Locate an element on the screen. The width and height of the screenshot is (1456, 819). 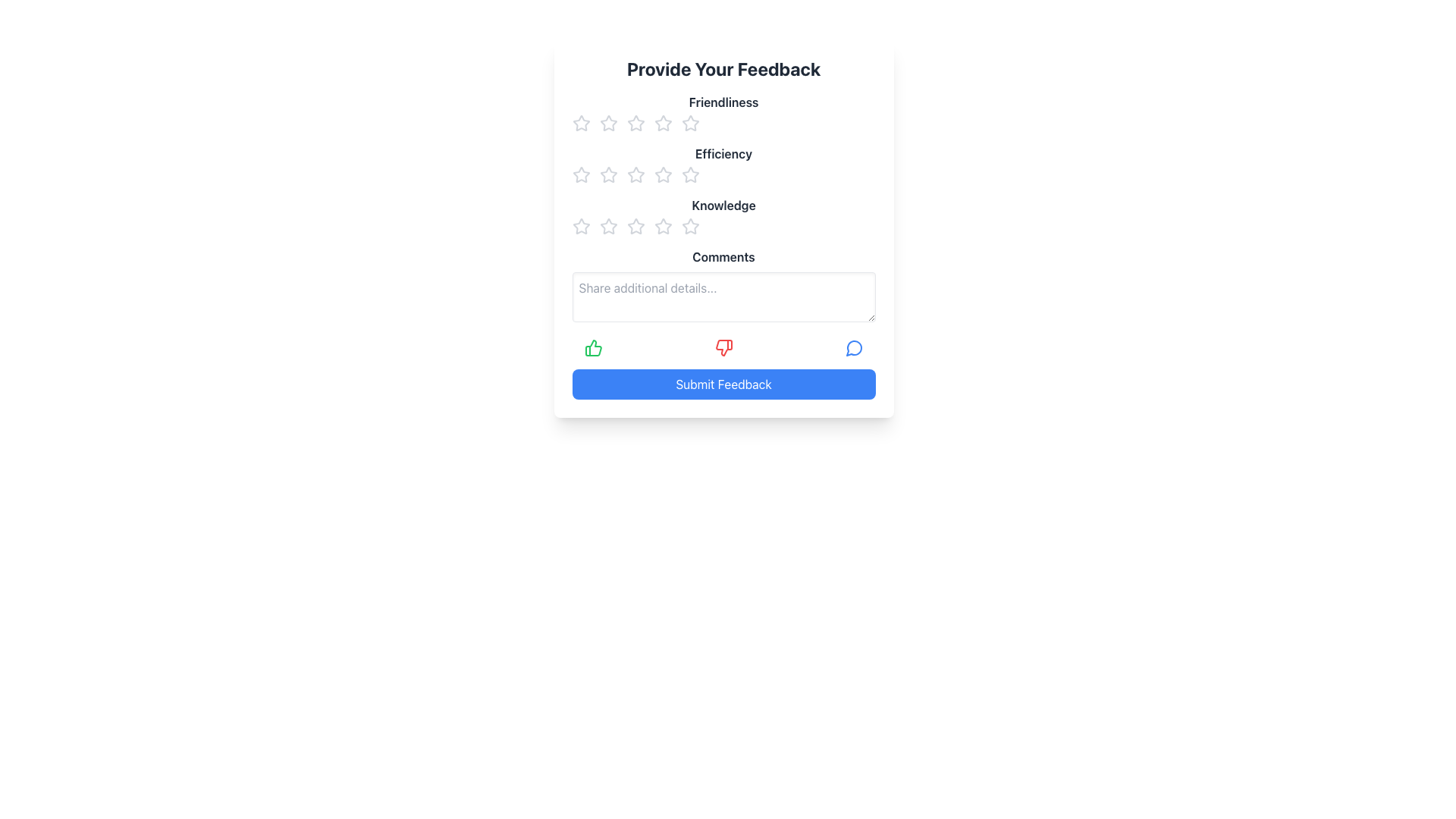
the third star icon in the 'Knowledge' rating row is located at coordinates (635, 226).